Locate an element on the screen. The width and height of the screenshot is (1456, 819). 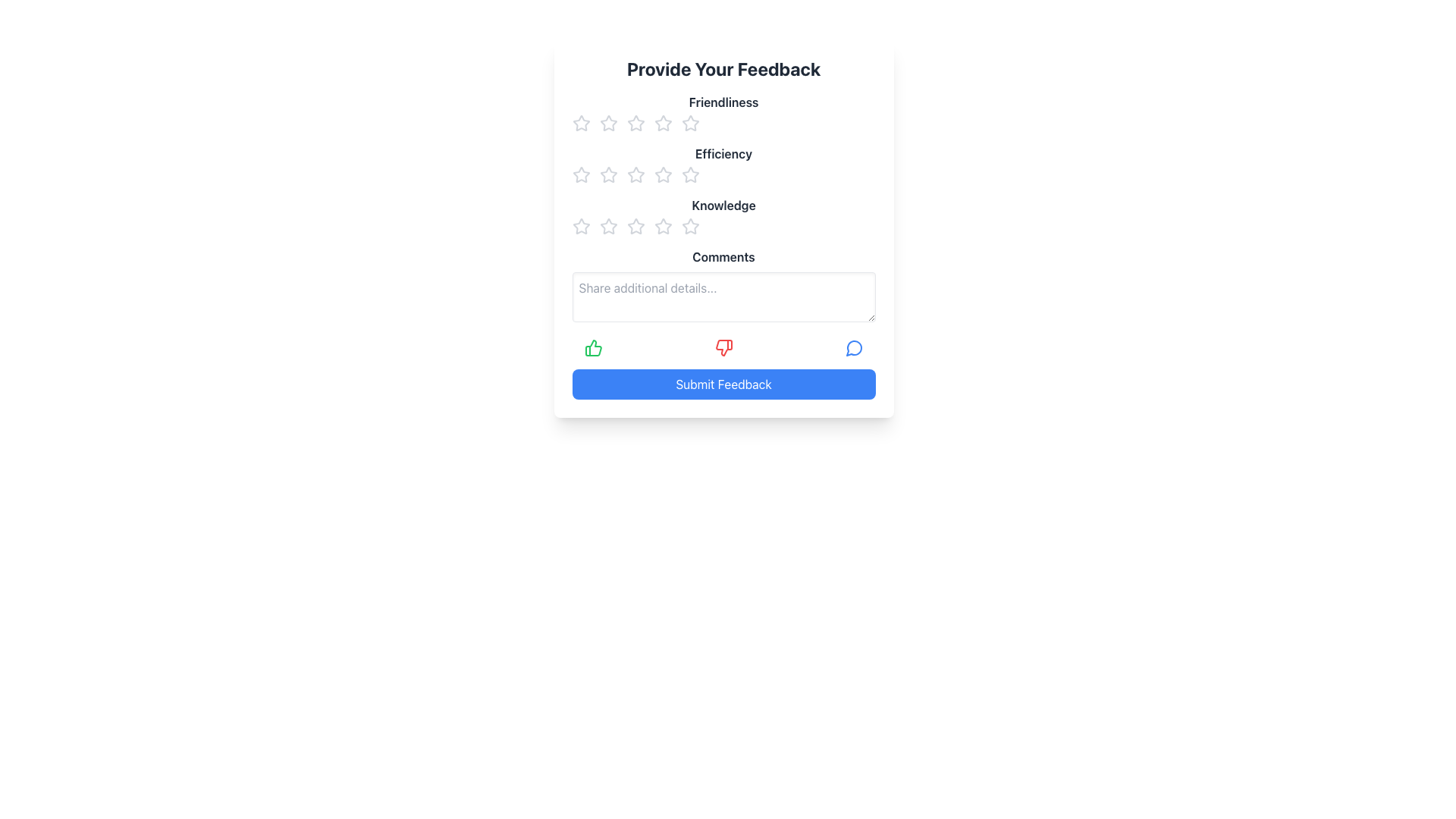
the third star icon in the 'Knowledge' rating row is located at coordinates (635, 226).